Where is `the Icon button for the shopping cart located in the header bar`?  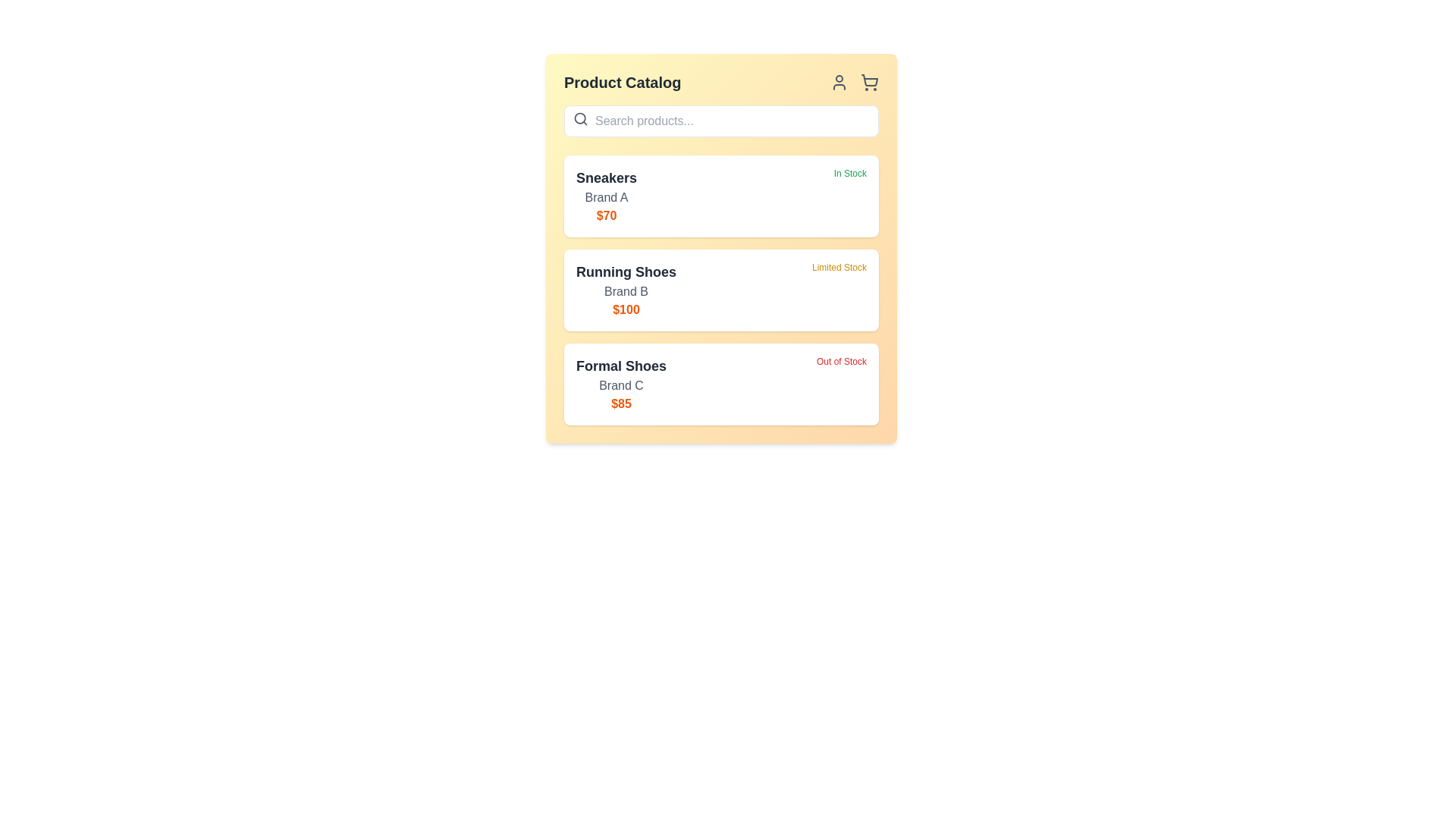 the Icon button for the shopping cart located in the header bar is located at coordinates (870, 82).